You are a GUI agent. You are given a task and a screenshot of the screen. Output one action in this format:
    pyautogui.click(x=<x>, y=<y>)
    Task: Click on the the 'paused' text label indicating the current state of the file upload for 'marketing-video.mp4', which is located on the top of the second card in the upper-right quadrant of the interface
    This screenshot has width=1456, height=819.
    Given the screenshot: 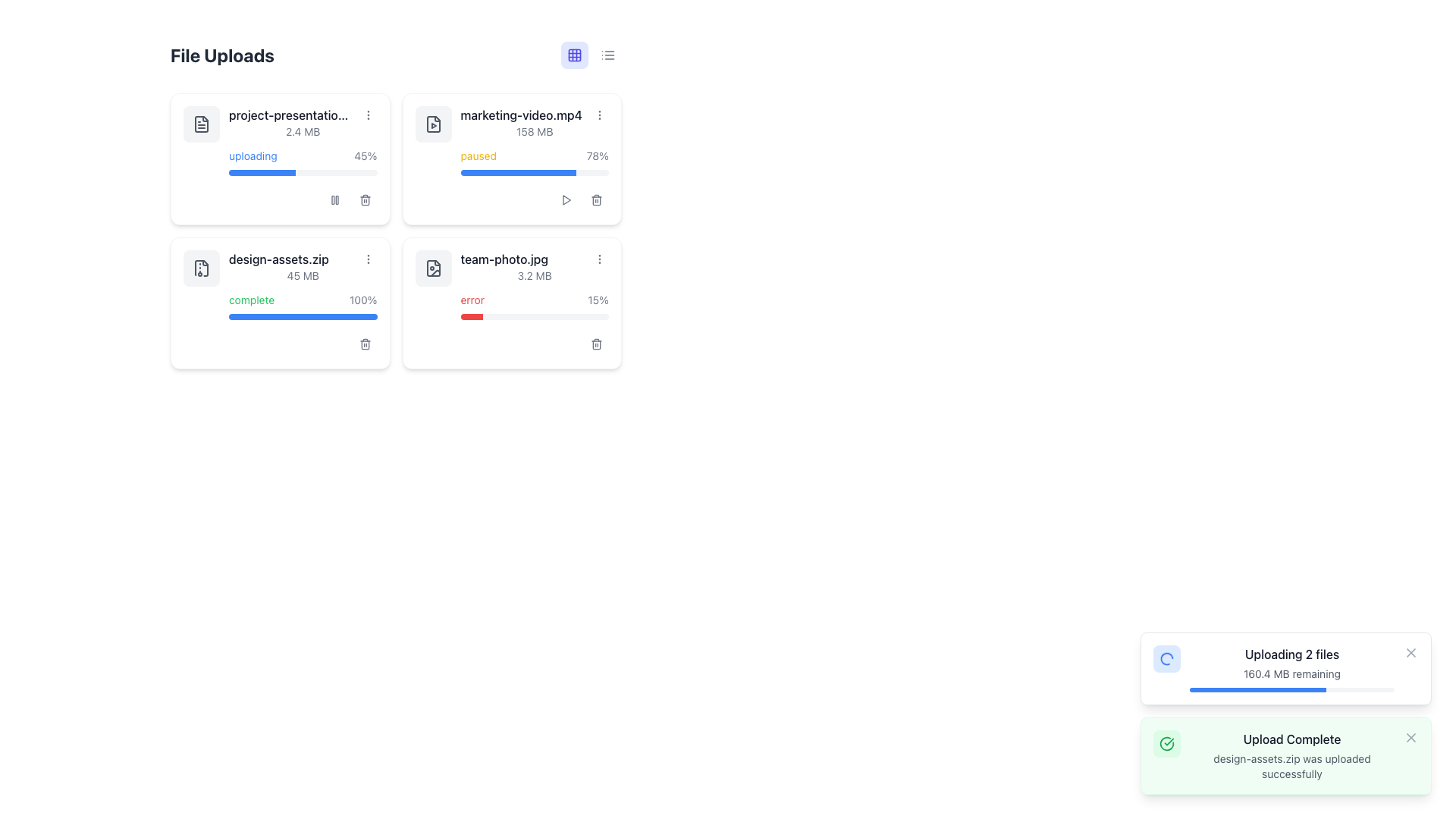 What is the action you would take?
    pyautogui.click(x=478, y=155)
    